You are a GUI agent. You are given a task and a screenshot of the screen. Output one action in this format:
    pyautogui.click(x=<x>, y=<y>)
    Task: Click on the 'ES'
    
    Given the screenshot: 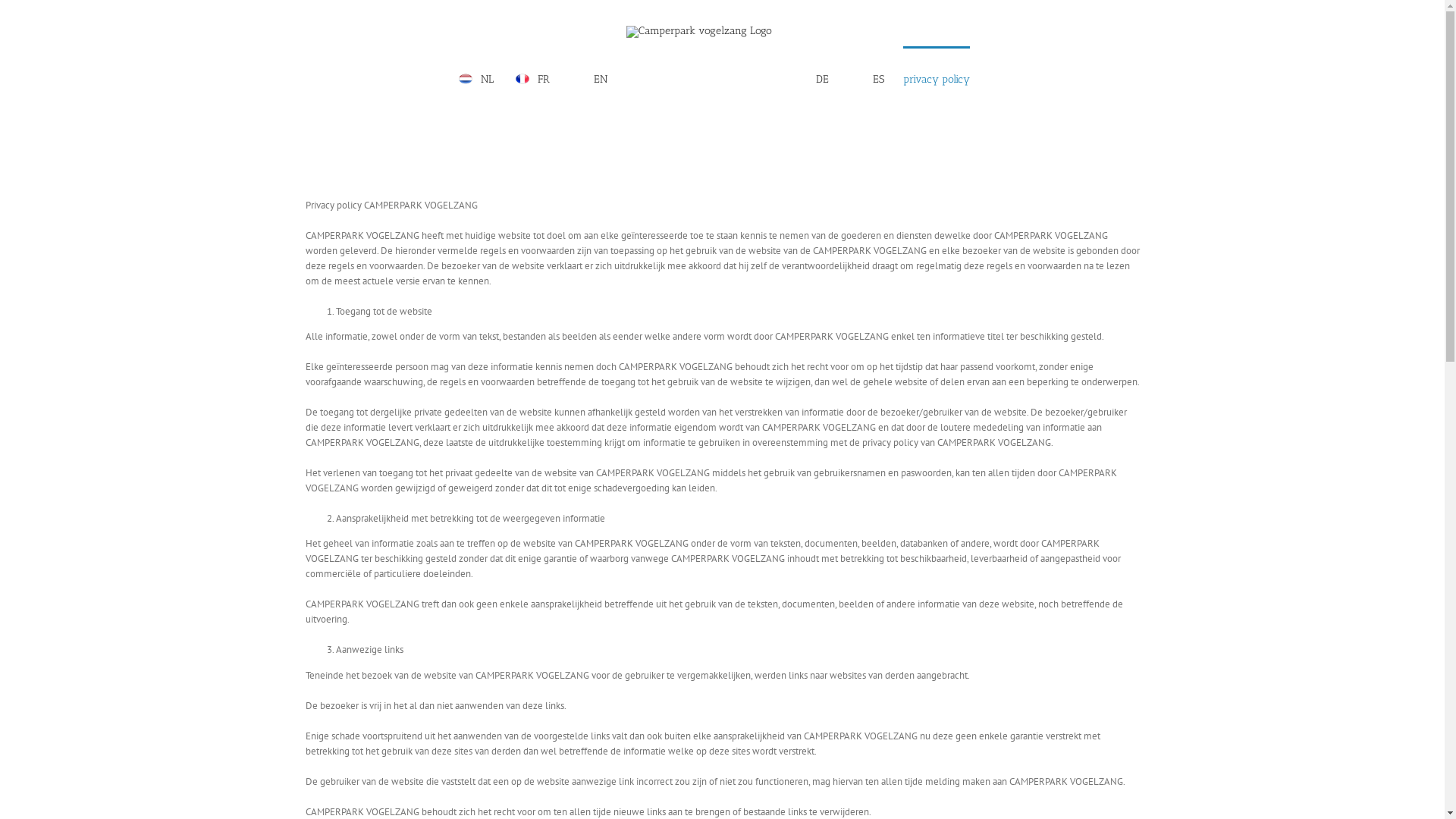 What is the action you would take?
    pyautogui.click(x=866, y=78)
    